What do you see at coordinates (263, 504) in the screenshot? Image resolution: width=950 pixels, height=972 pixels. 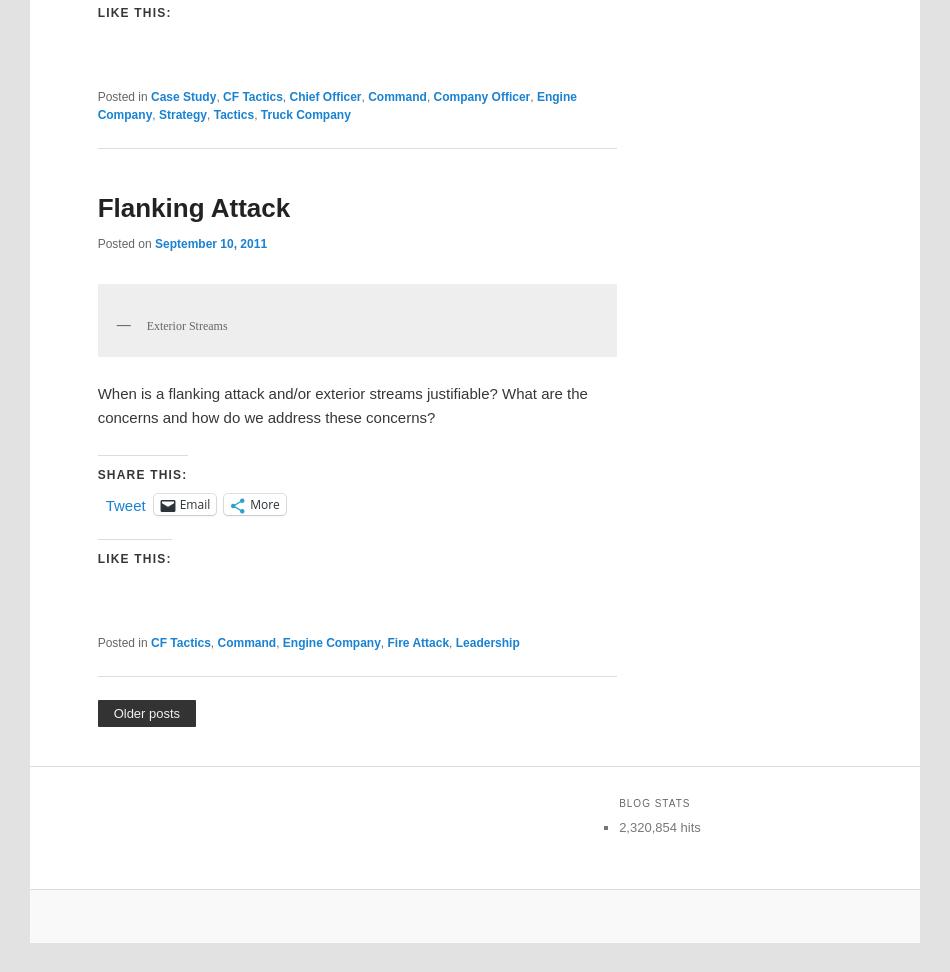 I see `'More'` at bounding box center [263, 504].